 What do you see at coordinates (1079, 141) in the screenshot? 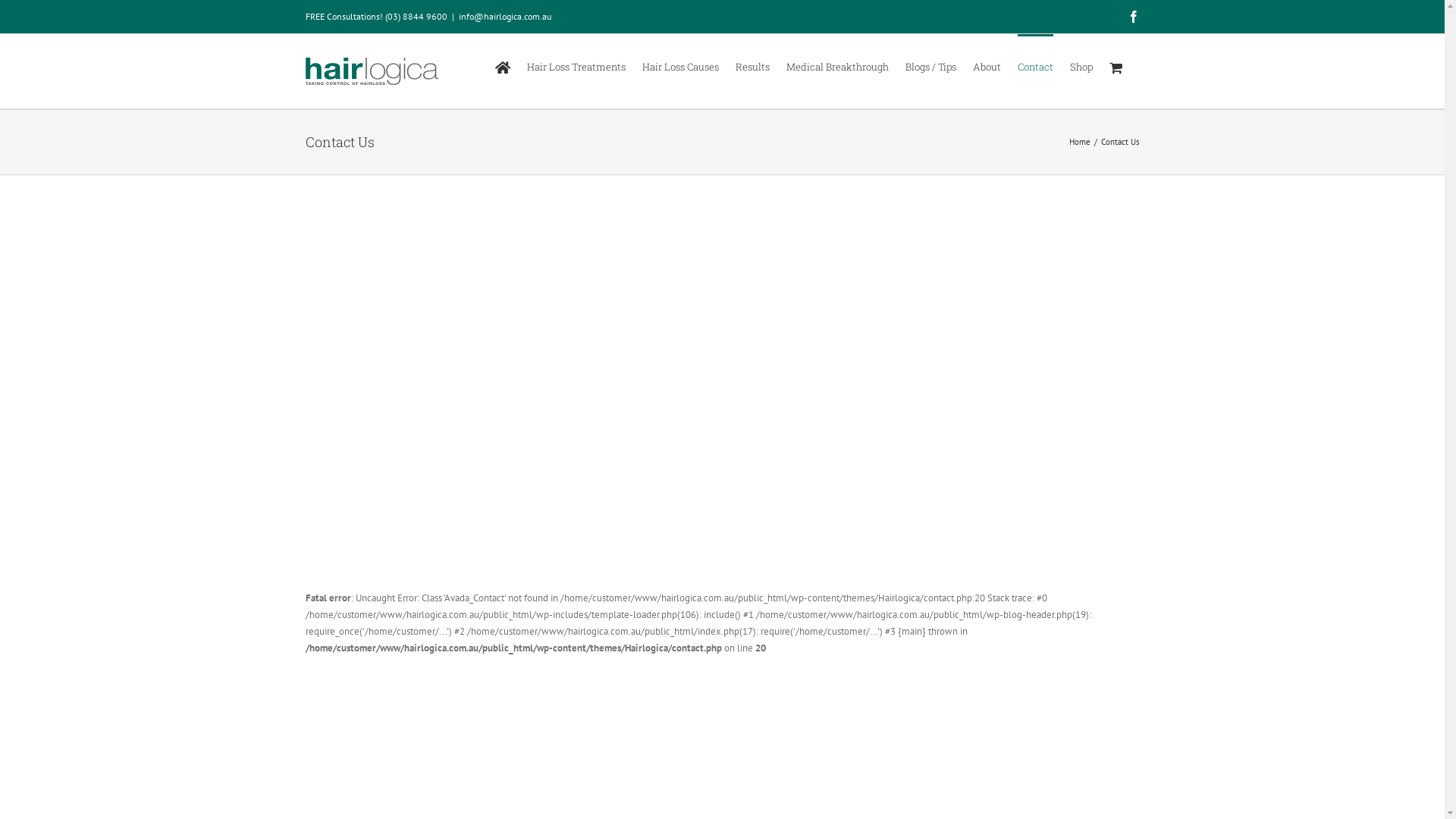
I see `'Home'` at bounding box center [1079, 141].